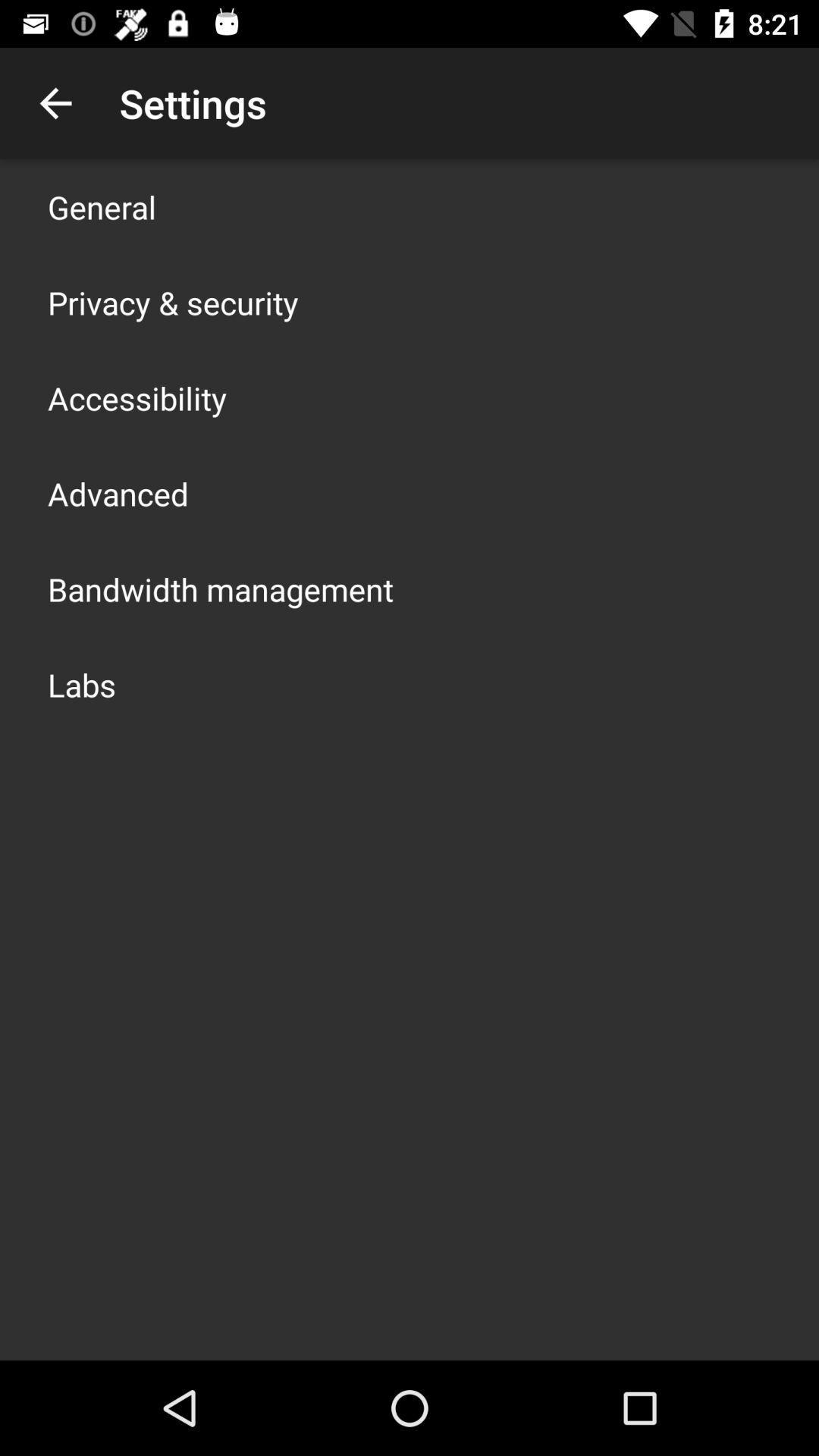 This screenshot has height=1456, width=819. I want to click on the general item, so click(102, 206).